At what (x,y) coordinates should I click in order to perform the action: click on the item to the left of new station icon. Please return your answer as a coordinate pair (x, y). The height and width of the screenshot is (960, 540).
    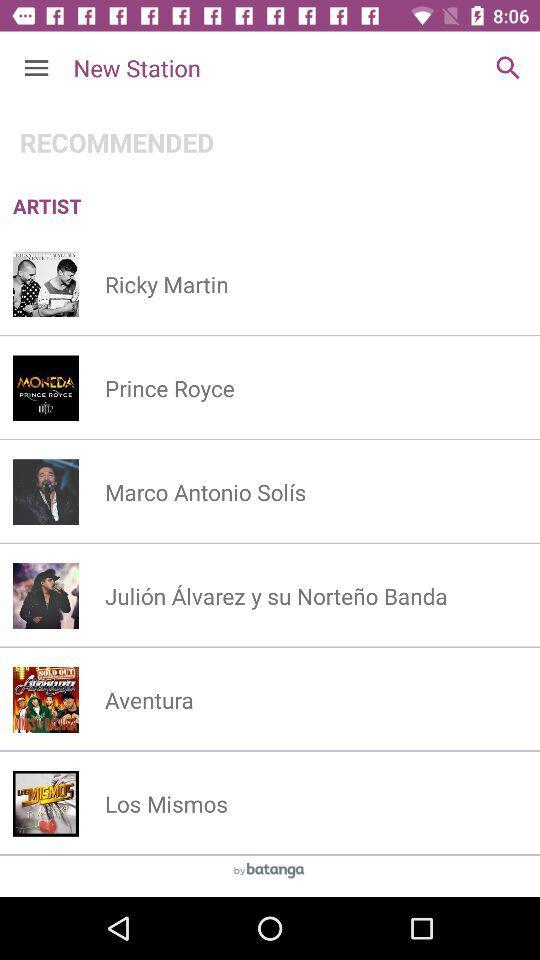
    Looking at the image, I should click on (36, 68).